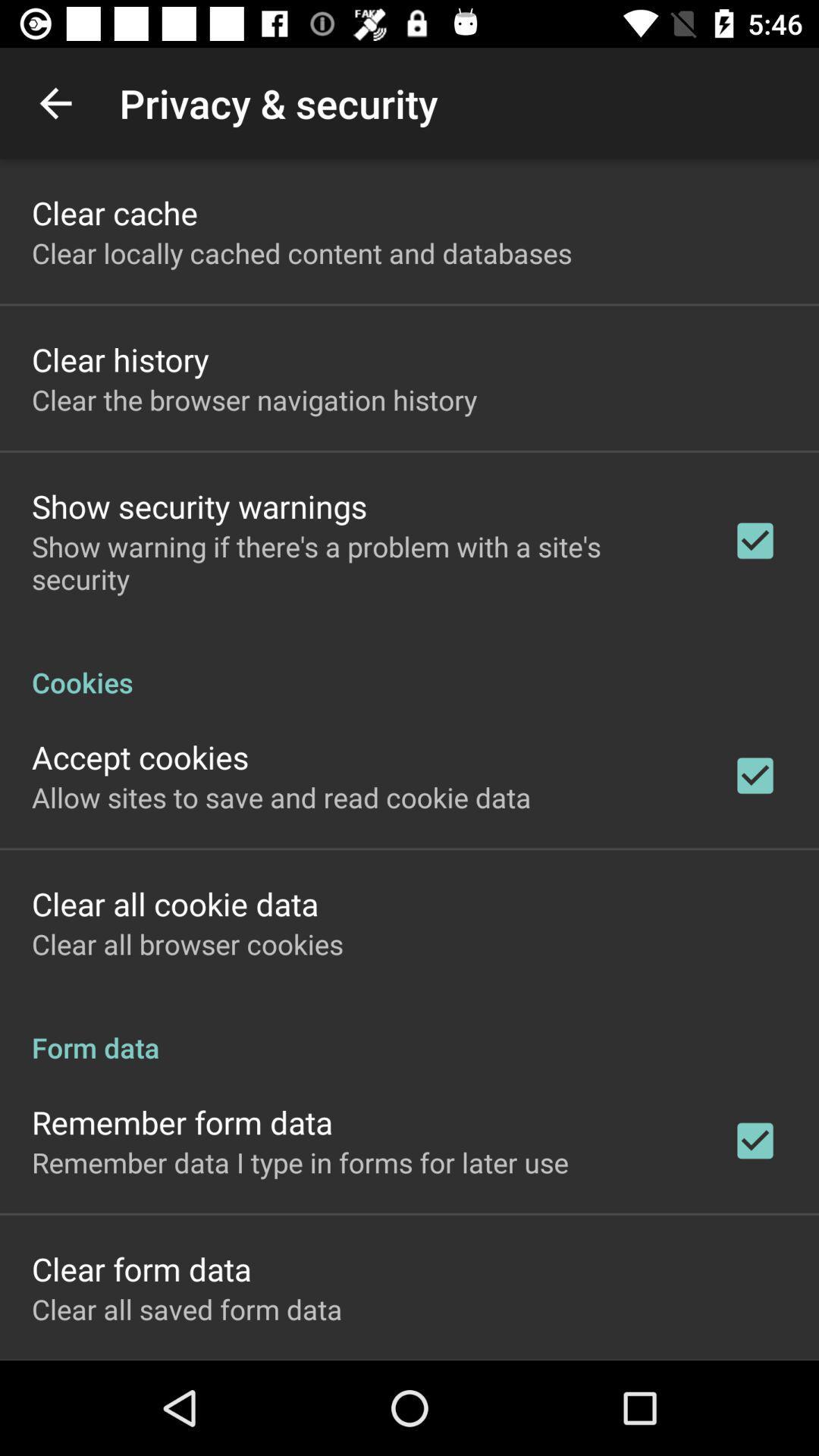 The image size is (819, 1456). What do you see at coordinates (114, 212) in the screenshot?
I see `the icon above clear locally cached` at bounding box center [114, 212].